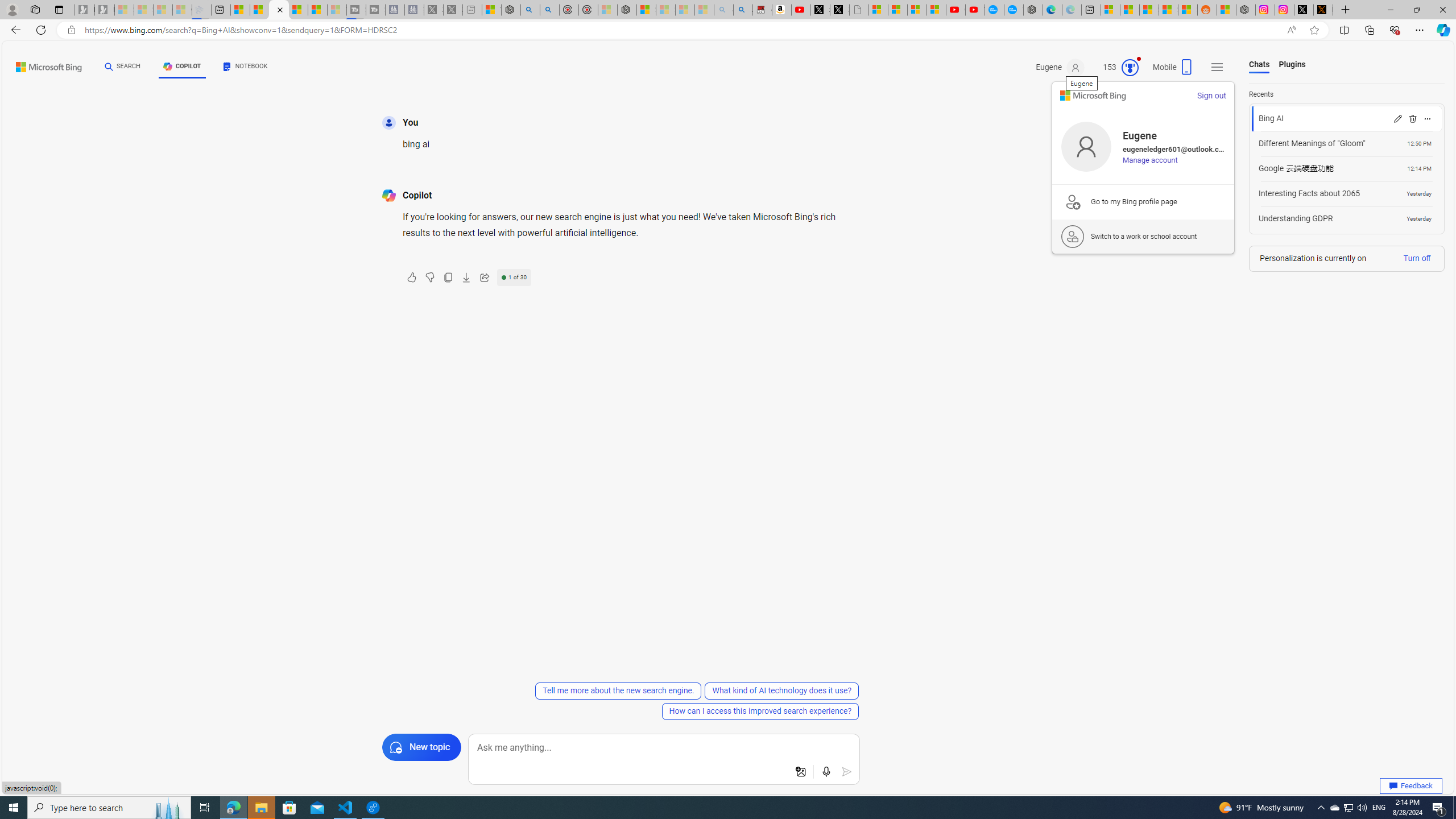 The width and height of the screenshot is (1456, 819). I want to click on 'Plugins', so click(1292, 65).